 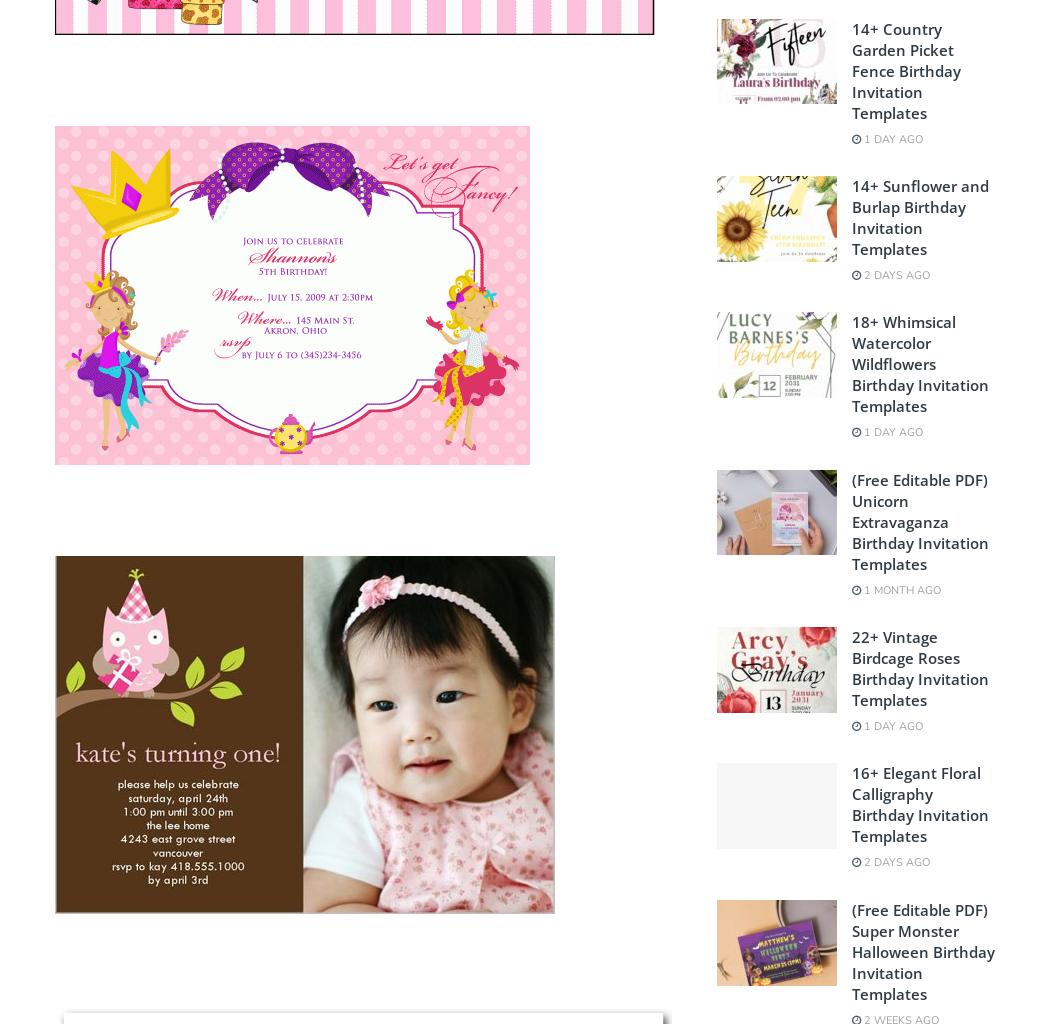 What do you see at coordinates (919, 364) in the screenshot?
I see `'18+ Whimsical Watercolor Wildflowers Birthday Invitation Templates'` at bounding box center [919, 364].